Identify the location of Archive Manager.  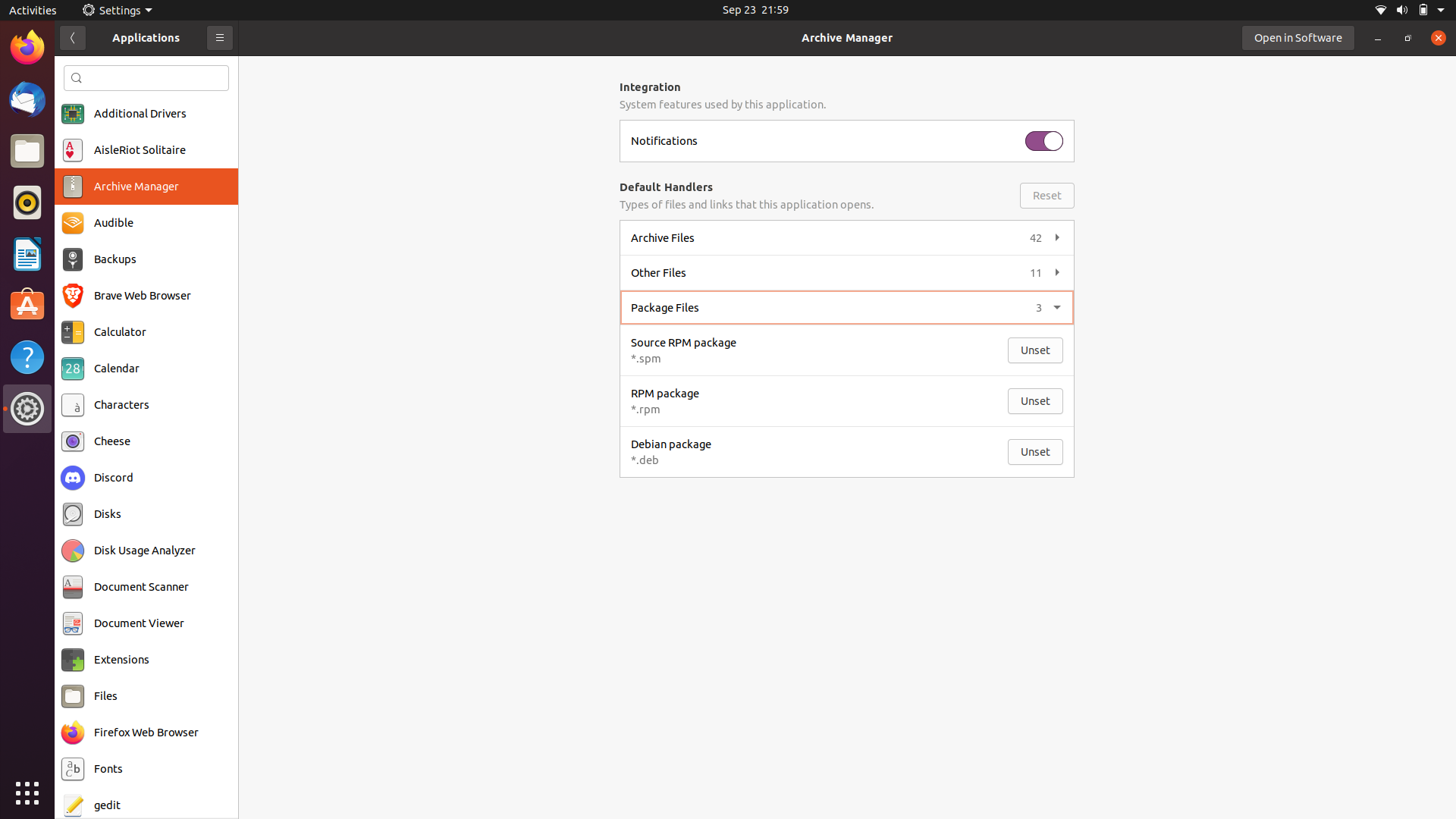
(146, 186).